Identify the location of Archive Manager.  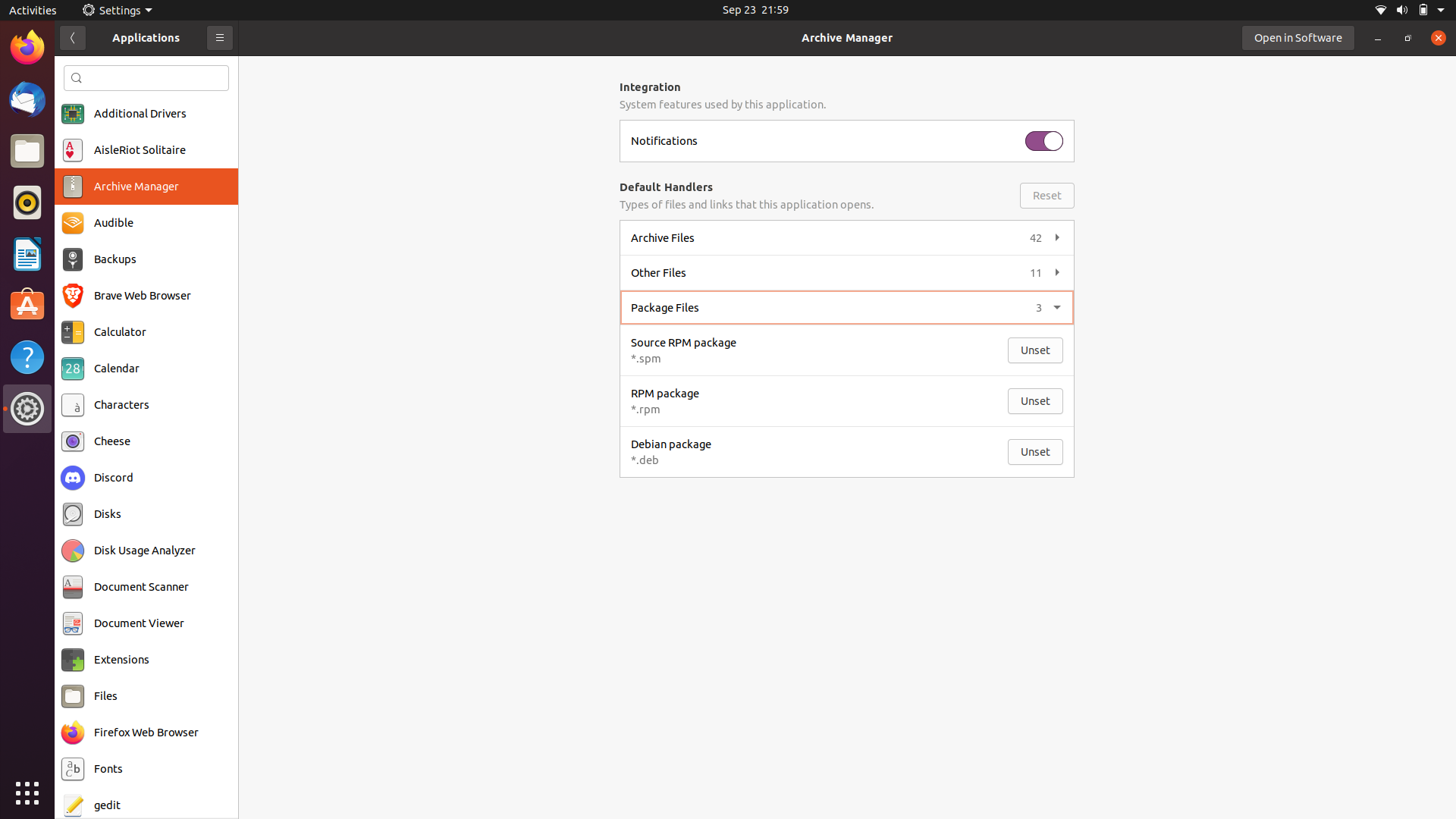
(146, 186).